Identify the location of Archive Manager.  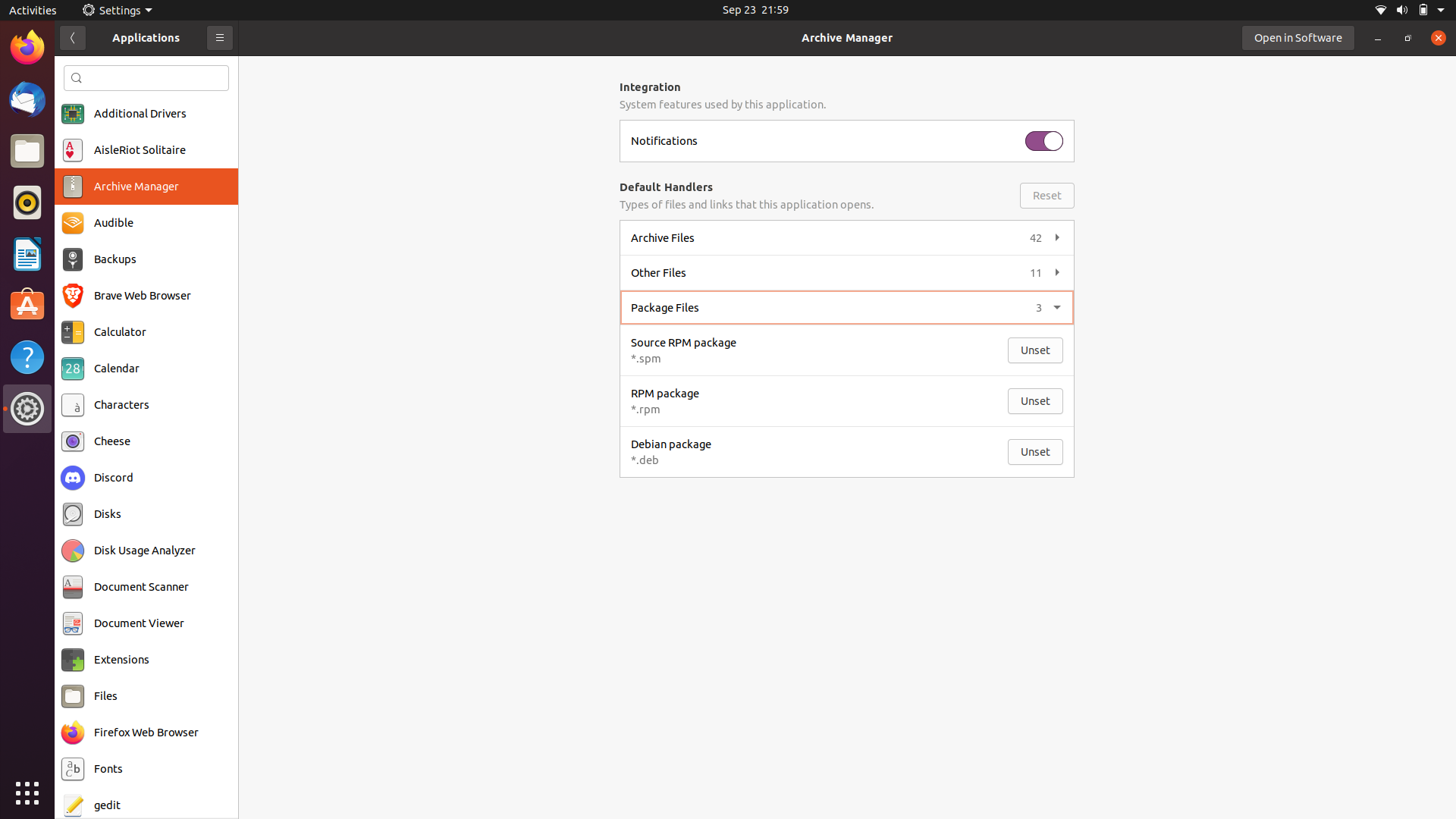
(146, 186).